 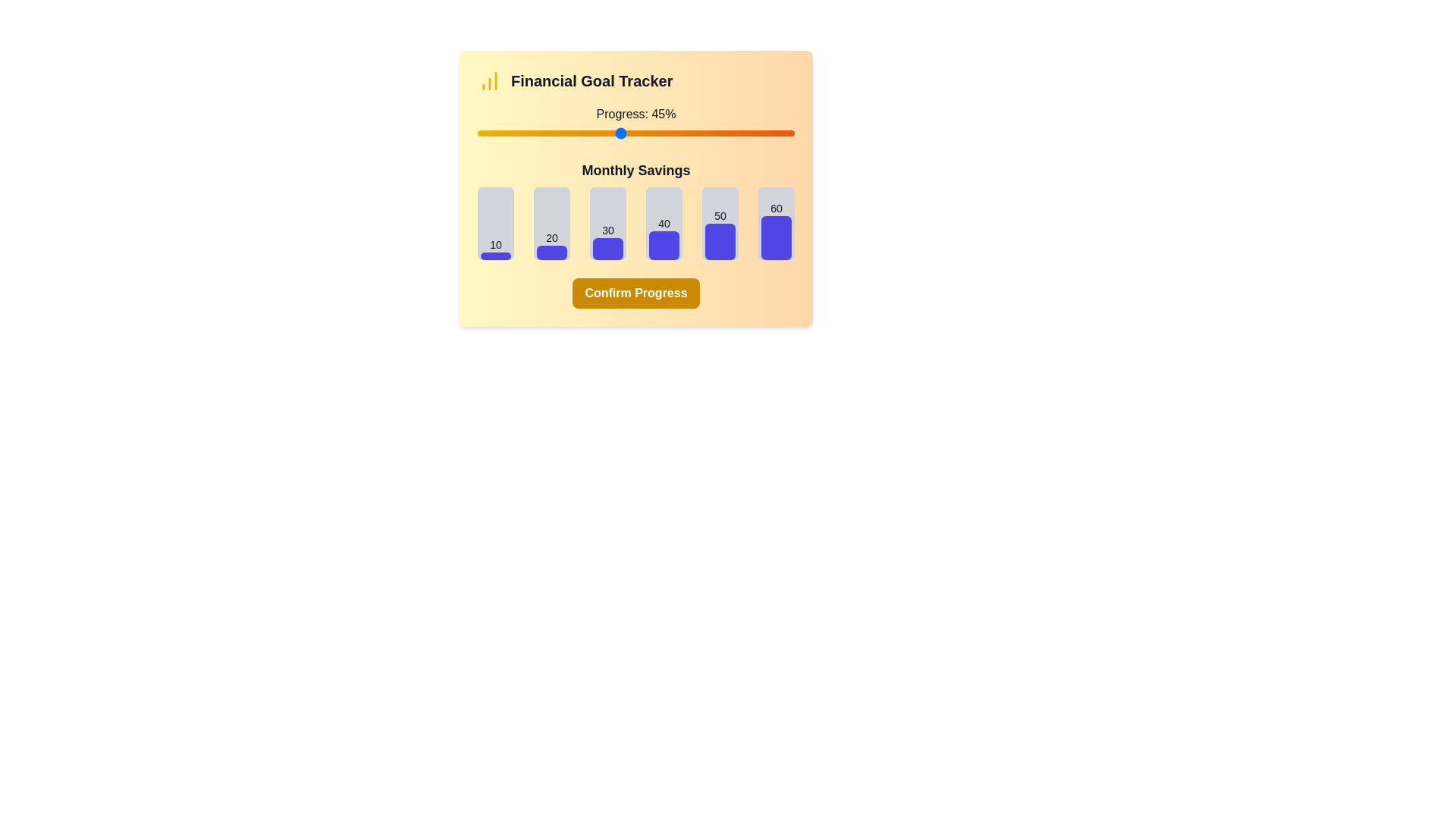 I want to click on the progress slider to 43%, so click(x=613, y=133).